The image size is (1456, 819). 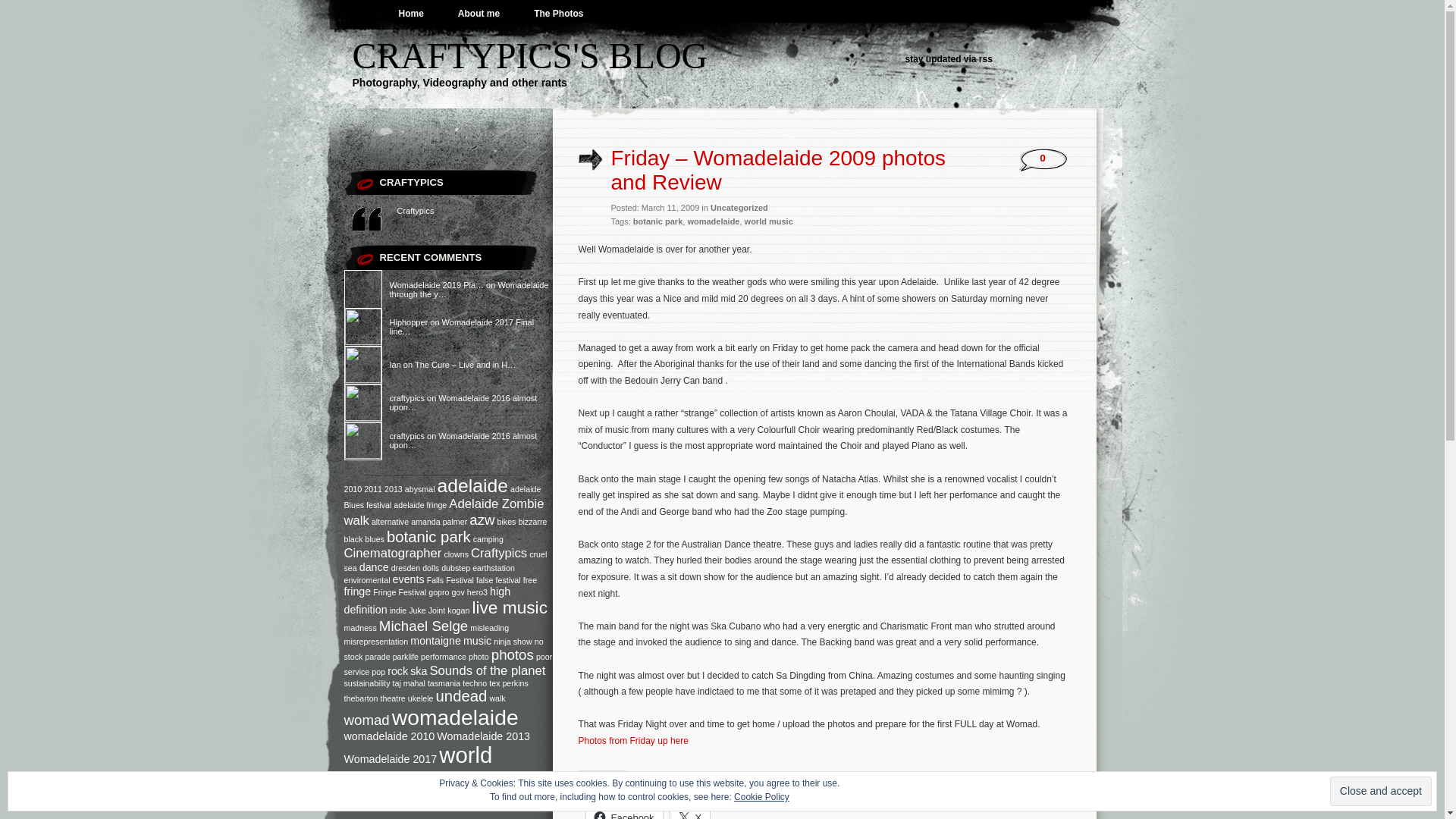 What do you see at coordinates (948, 58) in the screenshot?
I see `'stay updated via rss'` at bounding box center [948, 58].